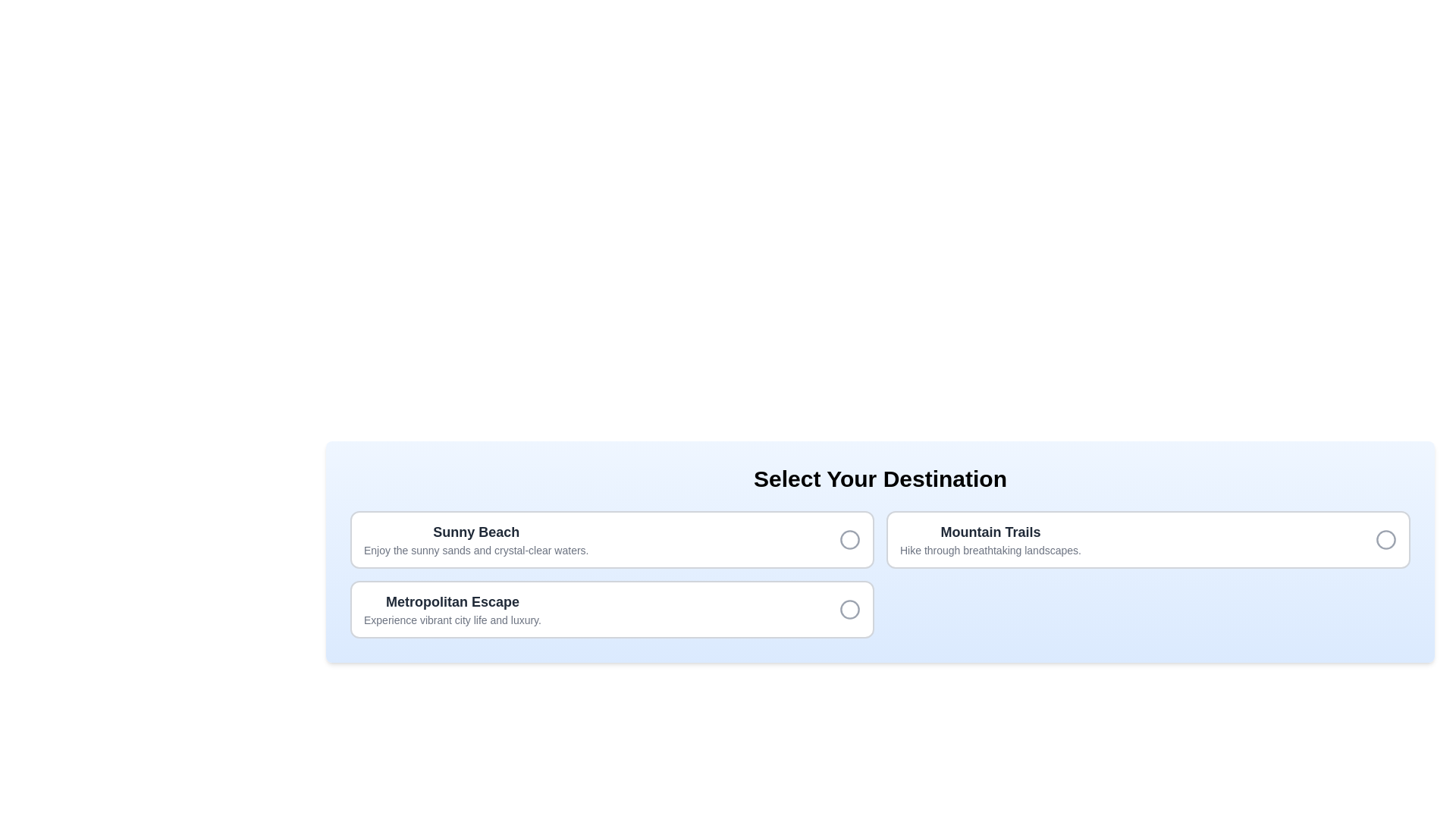 The height and width of the screenshot is (819, 1456). What do you see at coordinates (475, 539) in the screenshot?
I see `title 'Sunny Beach' and the description 'Enjoy the sunny sands and crystal-clear waters.' from the text label located in the upper-left portion of the selectable options list` at bounding box center [475, 539].